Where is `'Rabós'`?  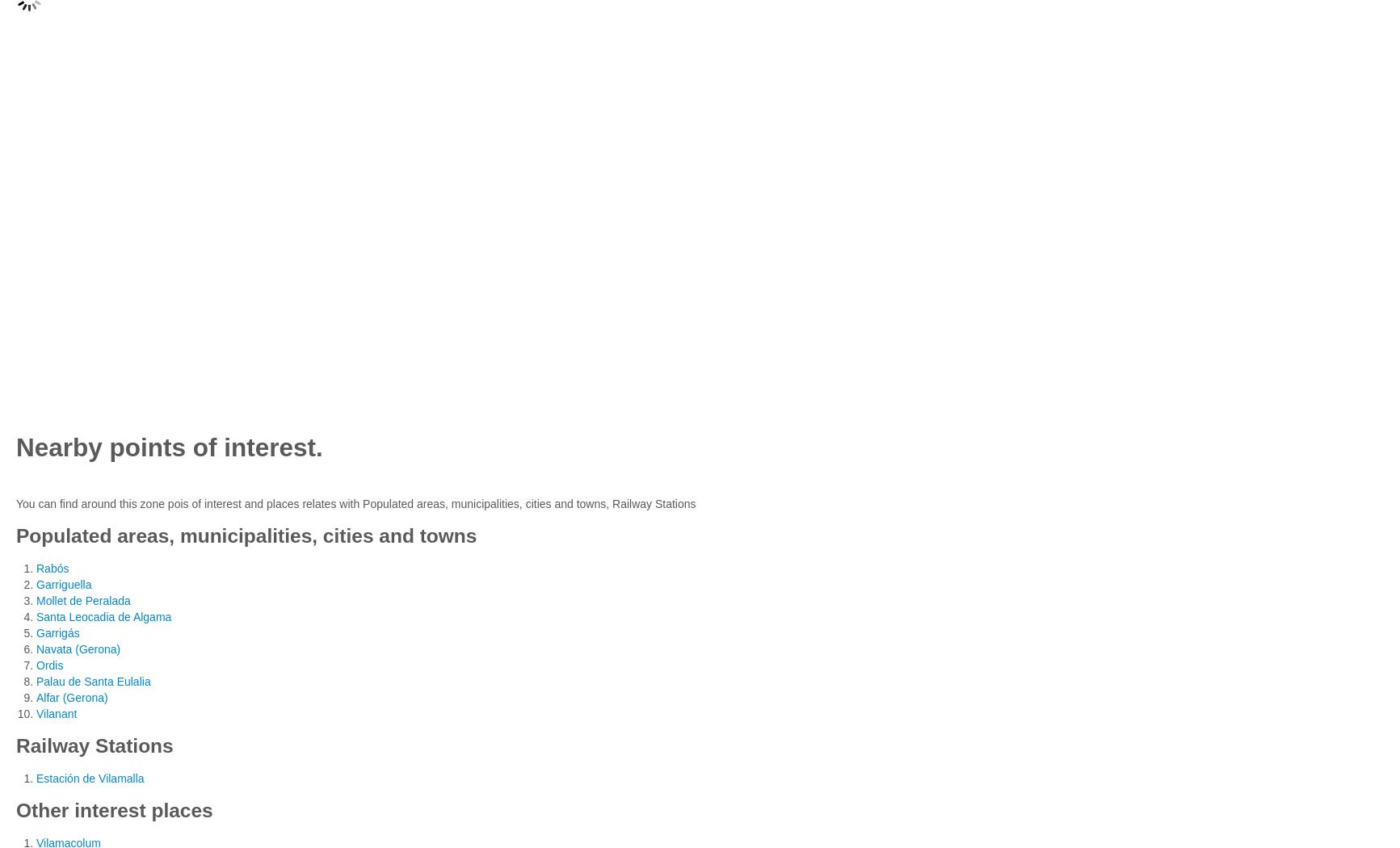
'Rabós' is located at coordinates (52, 567).